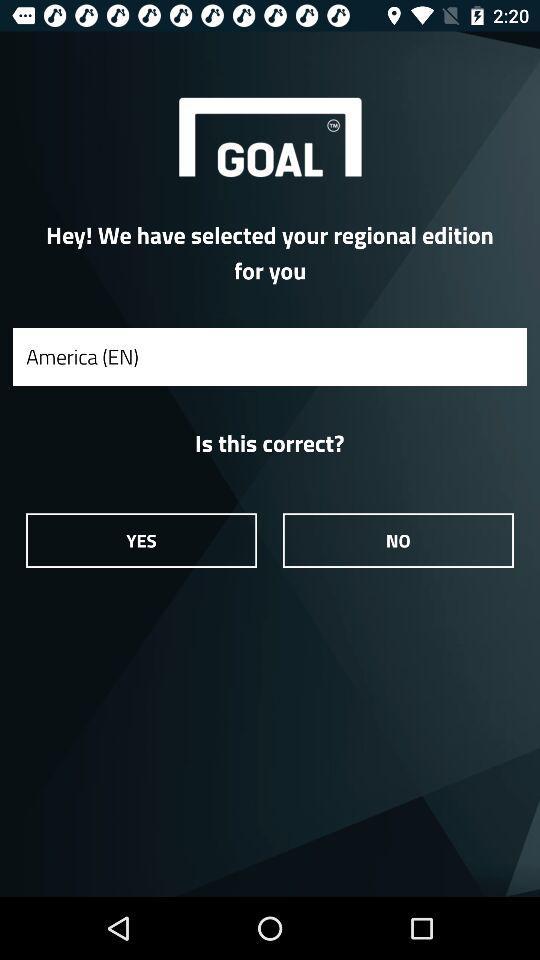 The width and height of the screenshot is (540, 960). I want to click on america (en) icon, so click(270, 356).